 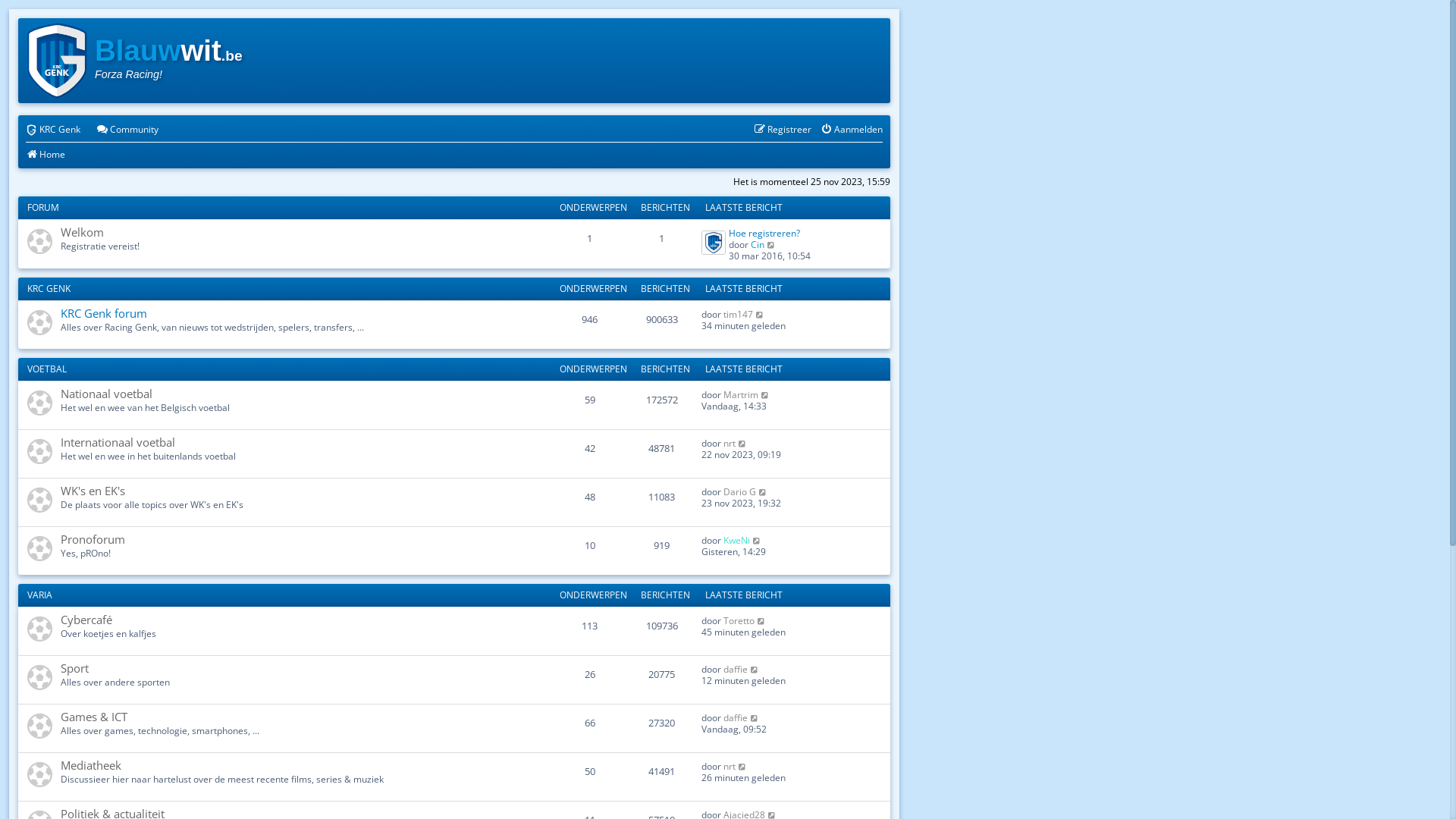 What do you see at coordinates (738, 313) in the screenshot?
I see `'tim147'` at bounding box center [738, 313].